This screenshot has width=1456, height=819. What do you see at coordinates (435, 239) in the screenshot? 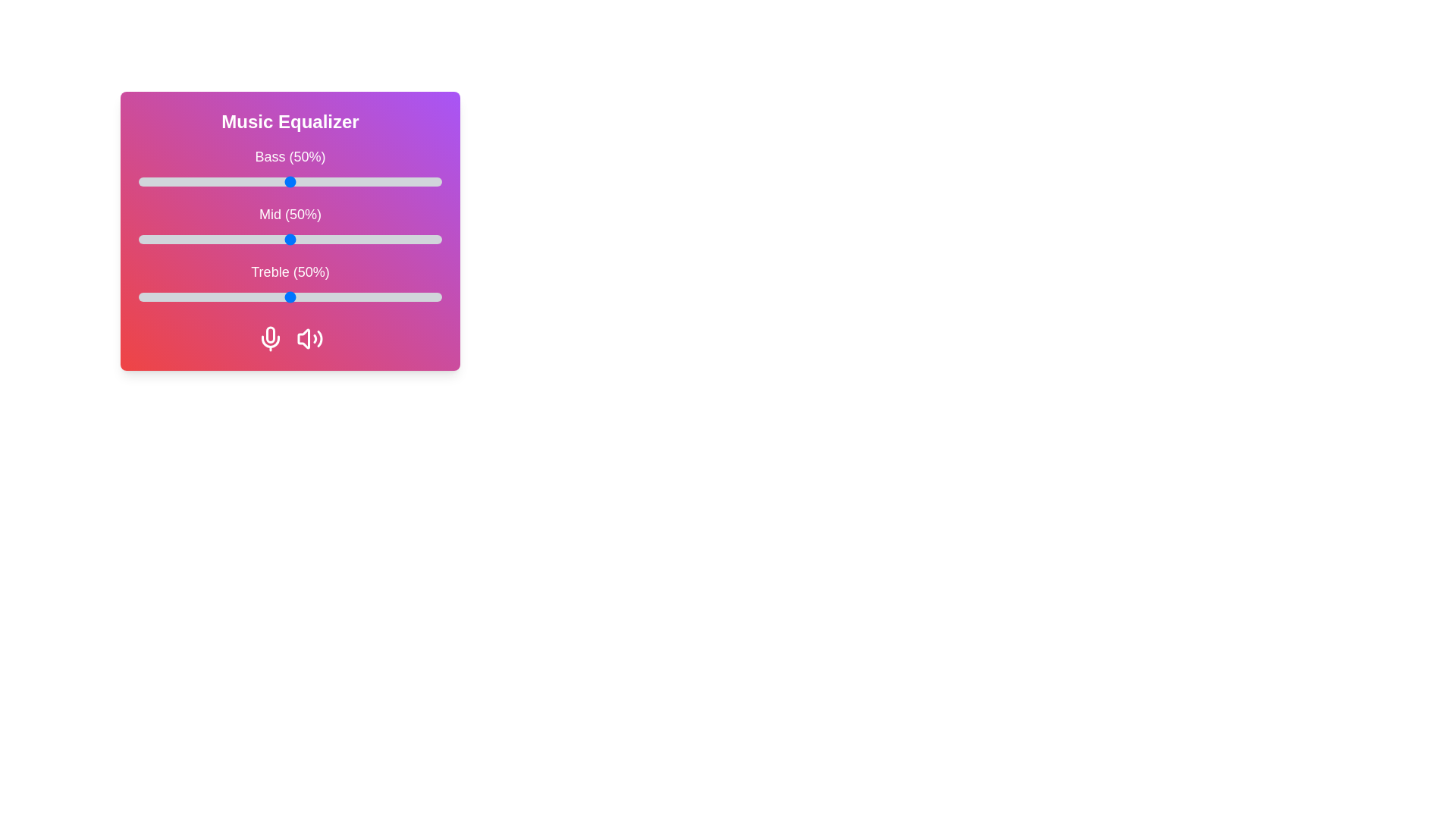
I see `the 1 slider to 98%` at bounding box center [435, 239].